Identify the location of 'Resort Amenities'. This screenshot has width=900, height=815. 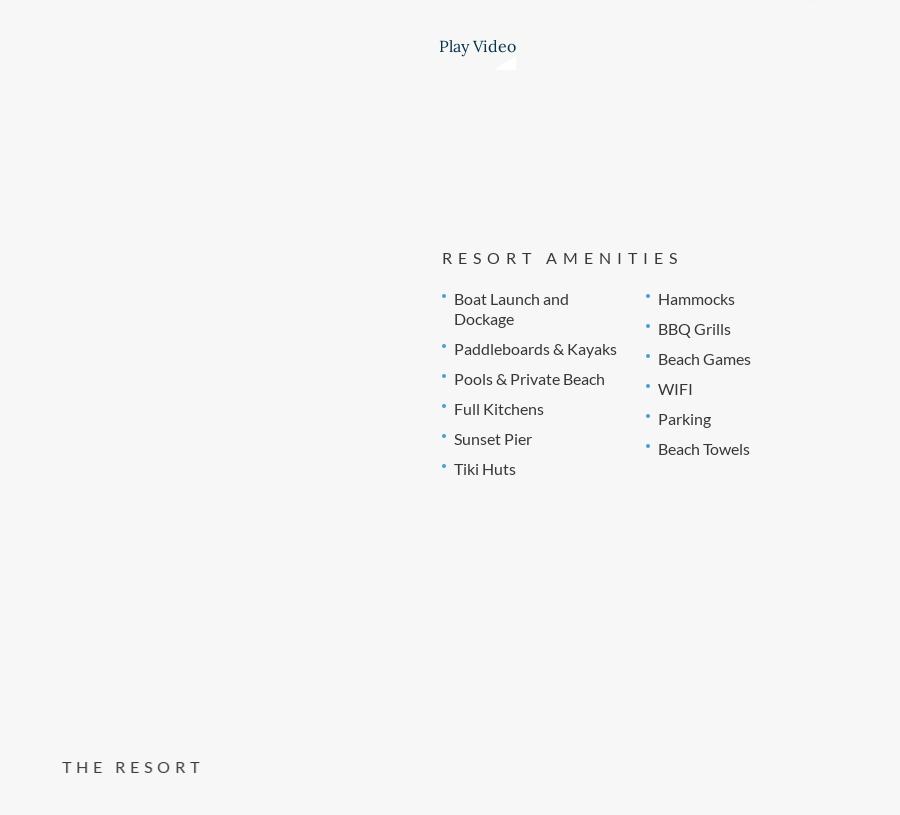
(560, 256).